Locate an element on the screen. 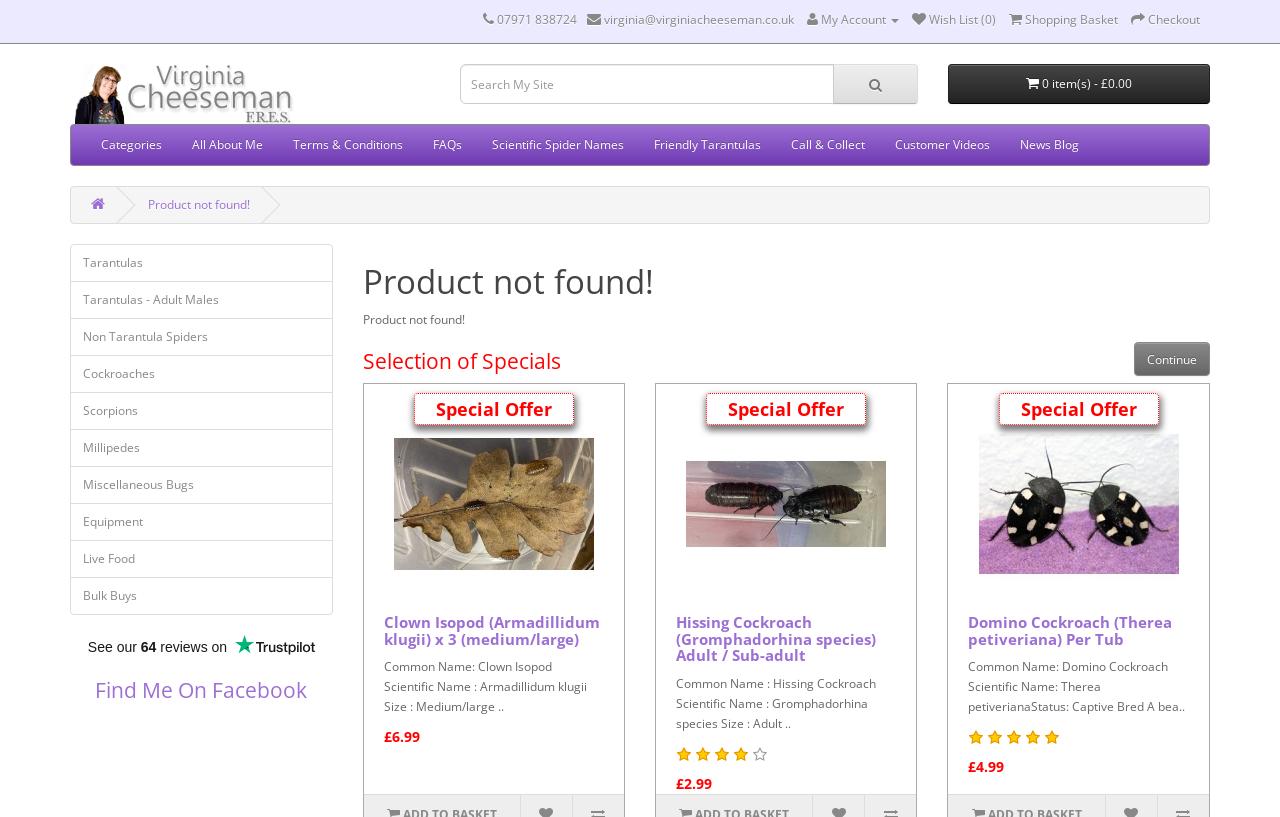 This screenshot has width=1280, height=817. 'Live Food' is located at coordinates (108, 557).